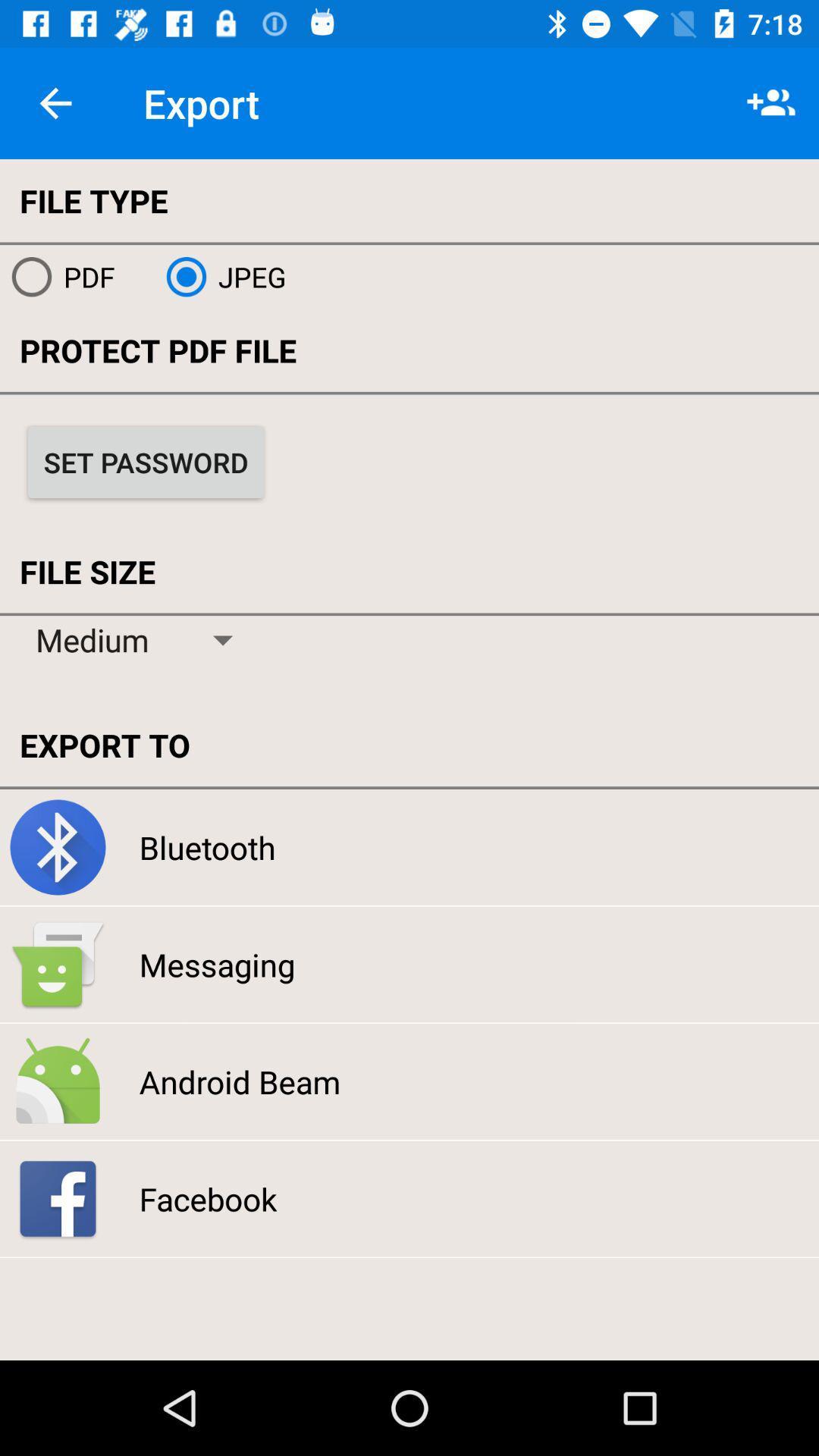 The width and height of the screenshot is (819, 1456). Describe the element at coordinates (207, 846) in the screenshot. I see `the bluetooth icon` at that location.